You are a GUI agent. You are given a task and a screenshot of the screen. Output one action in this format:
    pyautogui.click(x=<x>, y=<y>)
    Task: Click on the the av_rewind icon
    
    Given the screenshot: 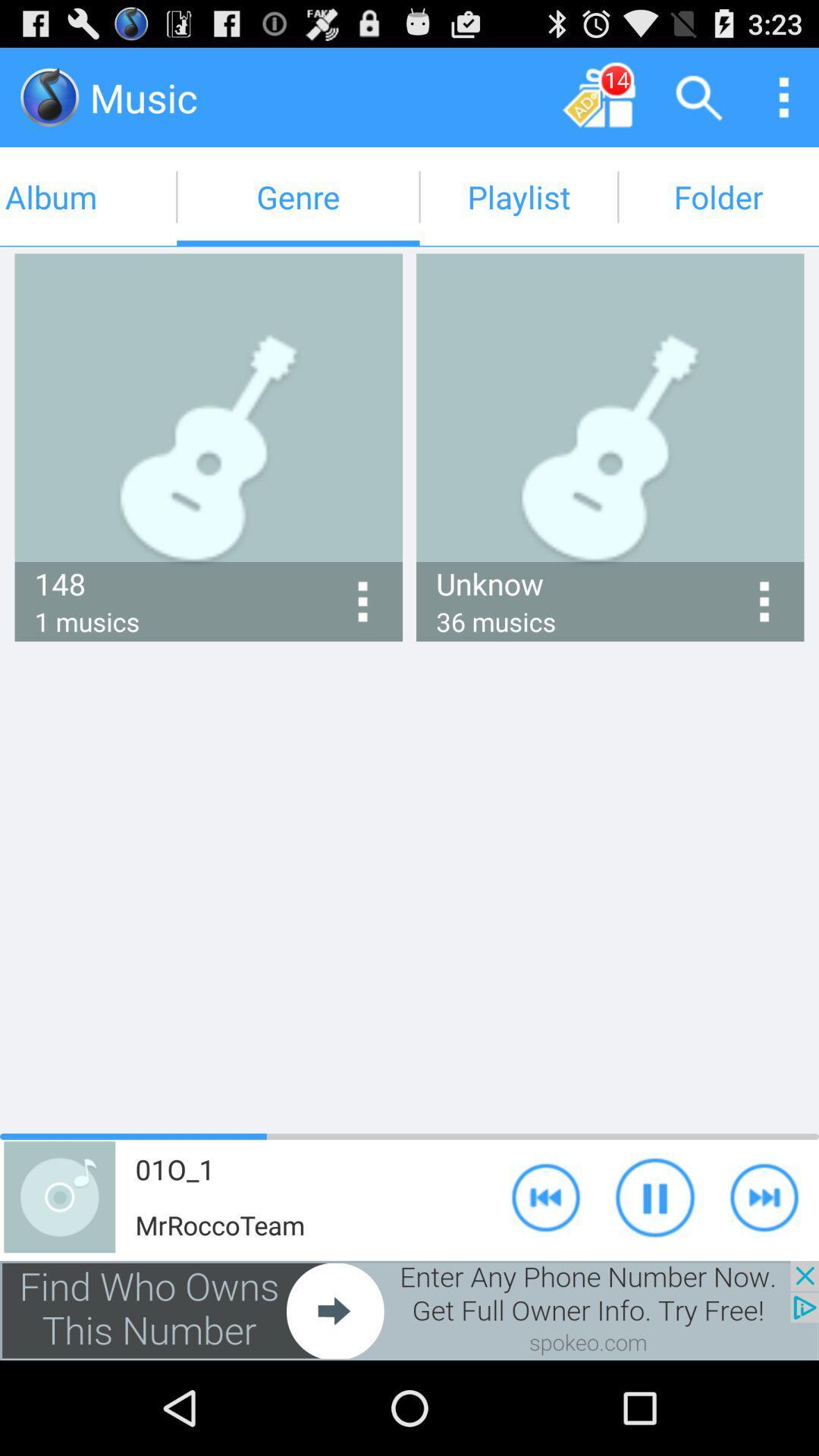 What is the action you would take?
    pyautogui.click(x=546, y=1280)
    